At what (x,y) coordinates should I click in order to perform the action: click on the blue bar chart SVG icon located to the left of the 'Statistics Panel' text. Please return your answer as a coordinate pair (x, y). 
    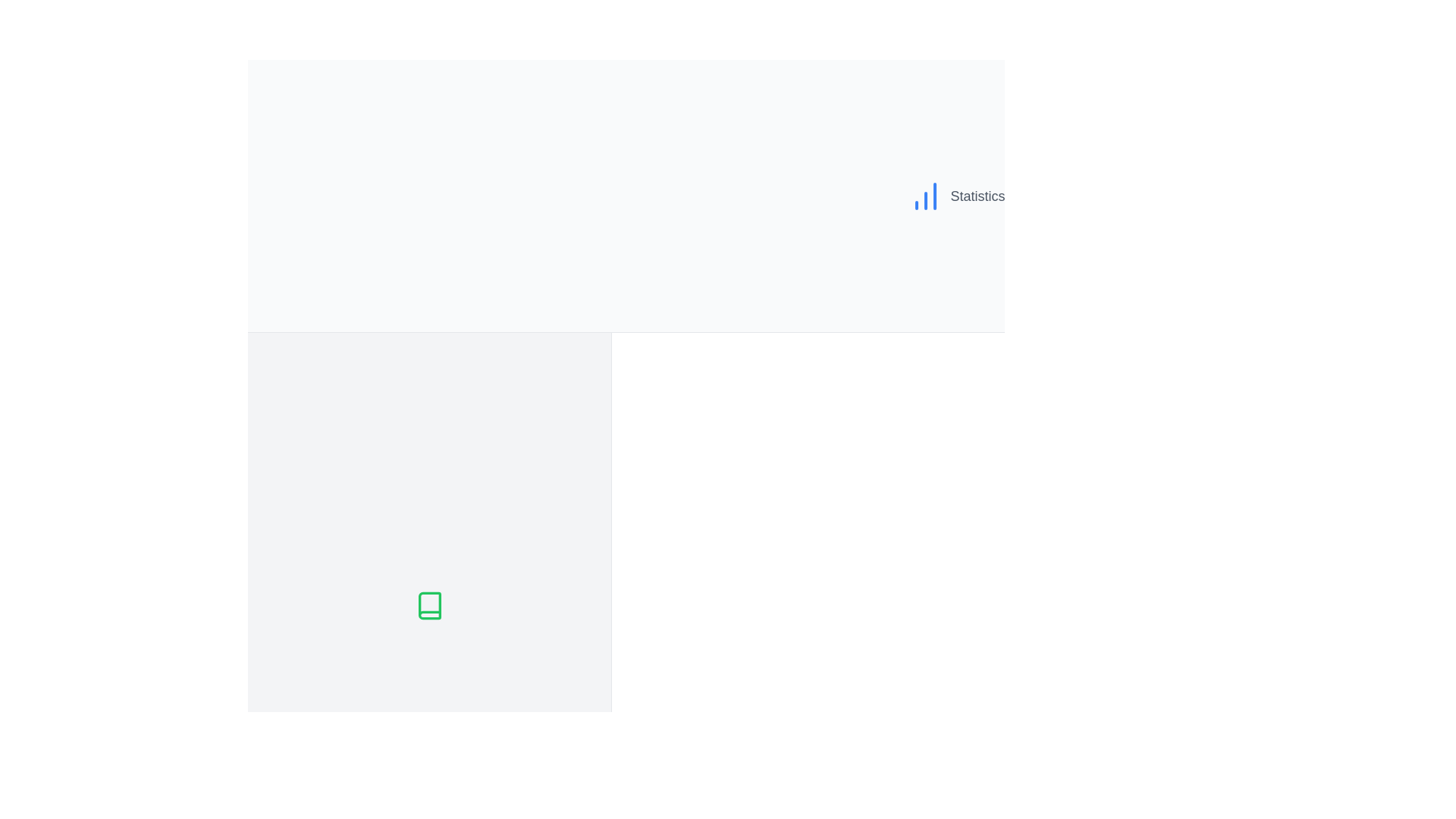
    Looking at the image, I should click on (925, 195).